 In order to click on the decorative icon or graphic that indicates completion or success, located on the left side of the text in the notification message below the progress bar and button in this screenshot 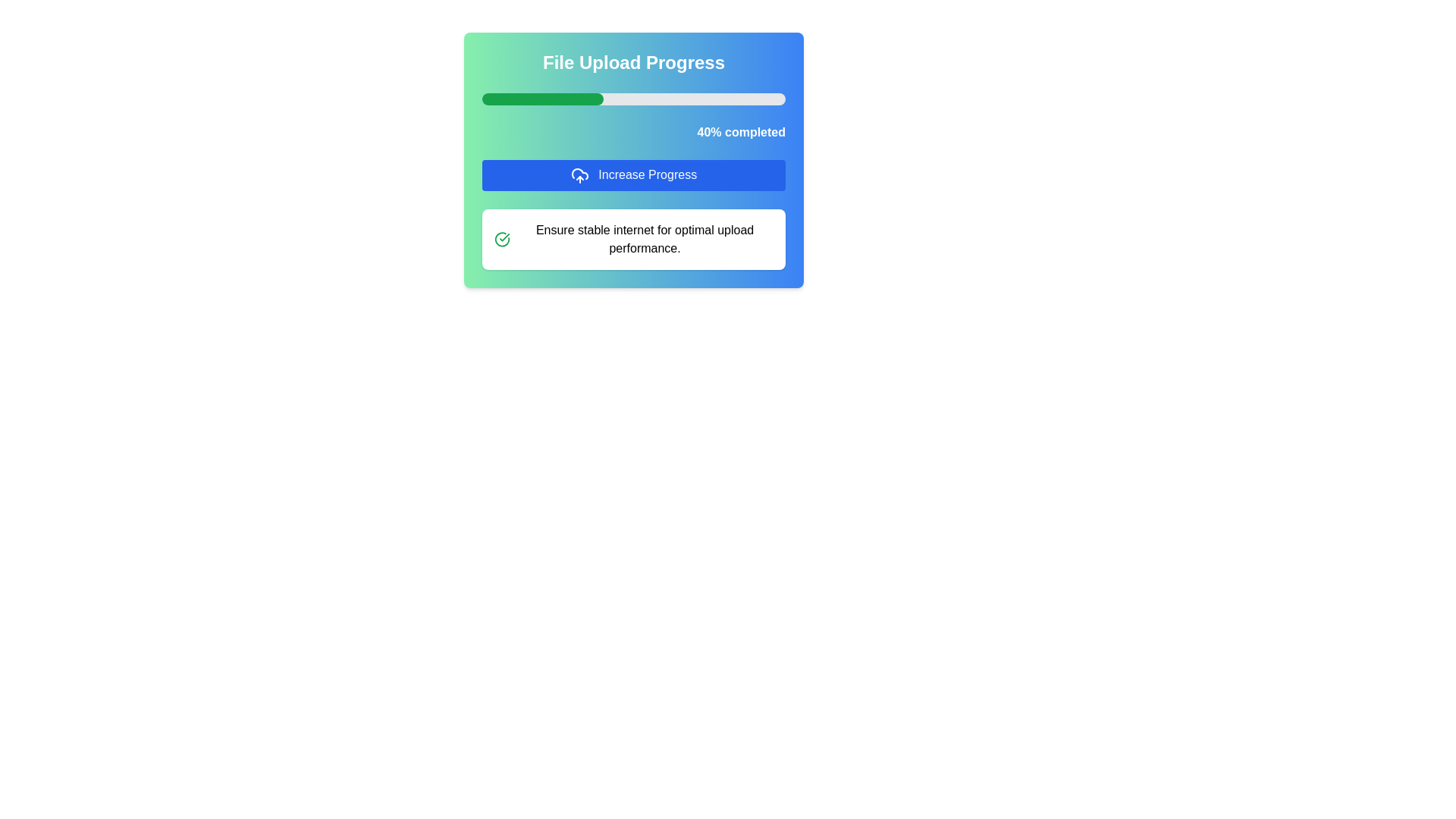, I will do `click(502, 239)`.